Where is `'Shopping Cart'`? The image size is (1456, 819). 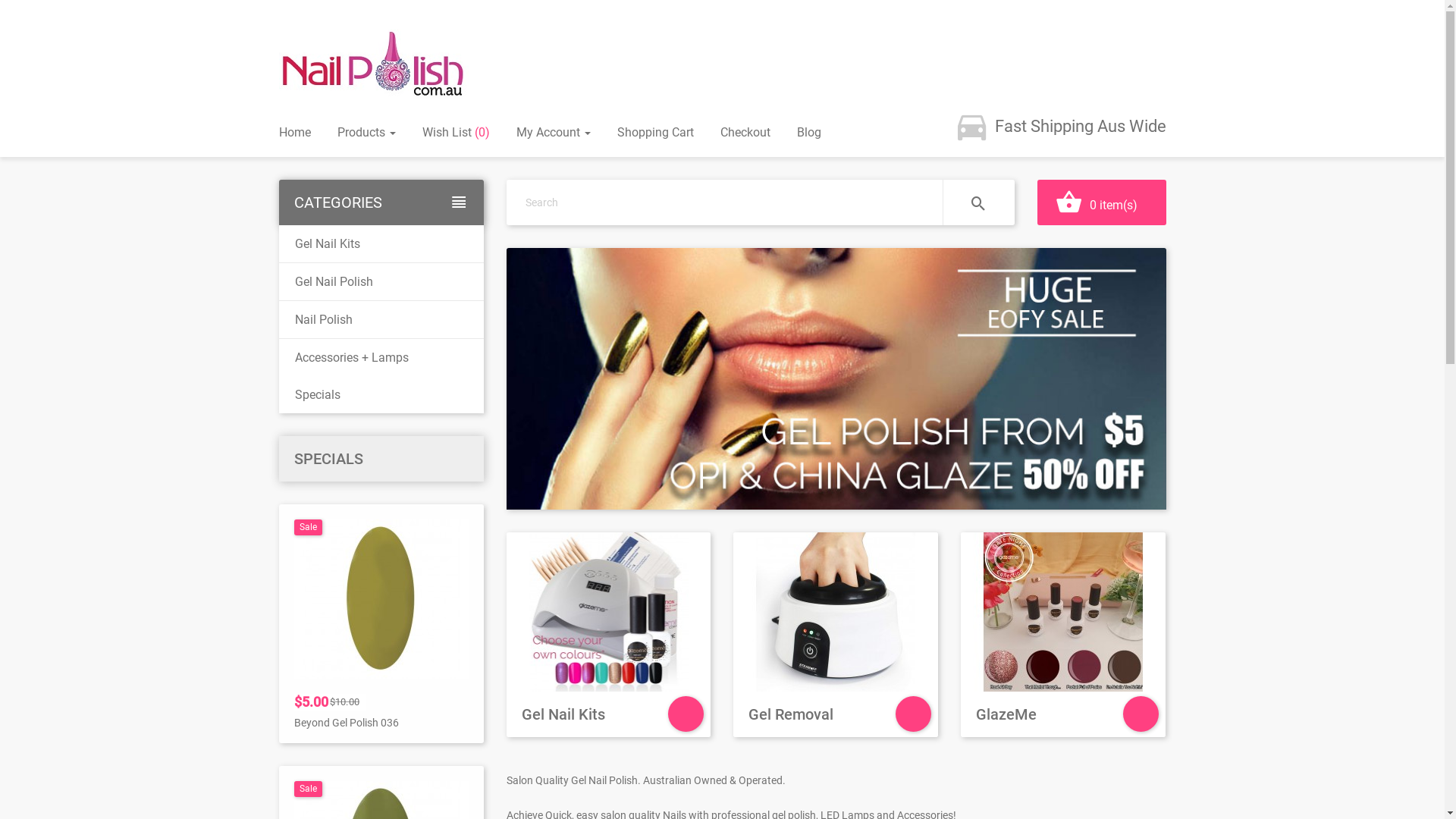 'Shopping Cart' is located at coordinates (655, 131).